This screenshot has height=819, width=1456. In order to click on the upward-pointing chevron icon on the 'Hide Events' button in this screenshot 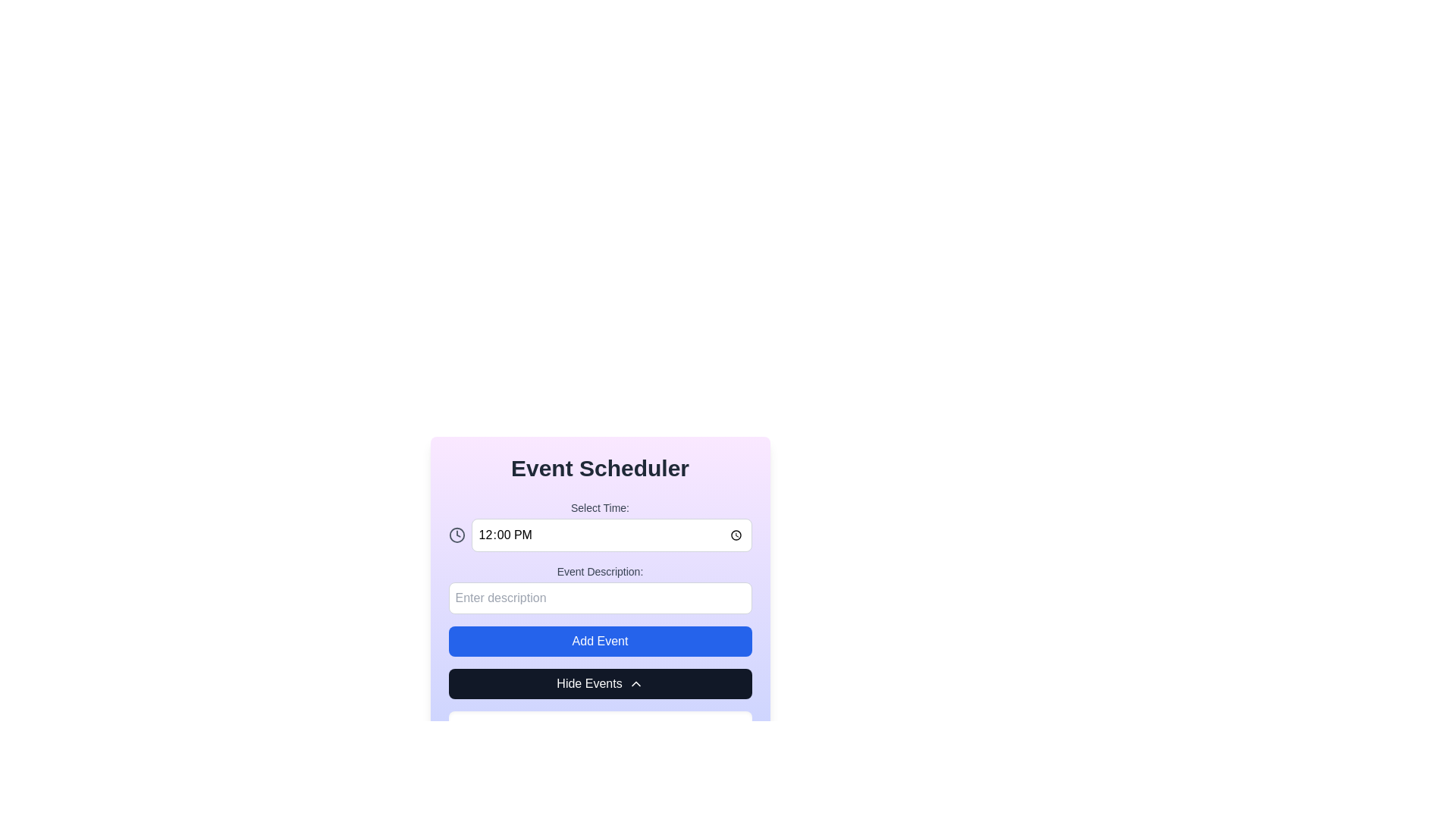, I will do `click(635, 684)`.